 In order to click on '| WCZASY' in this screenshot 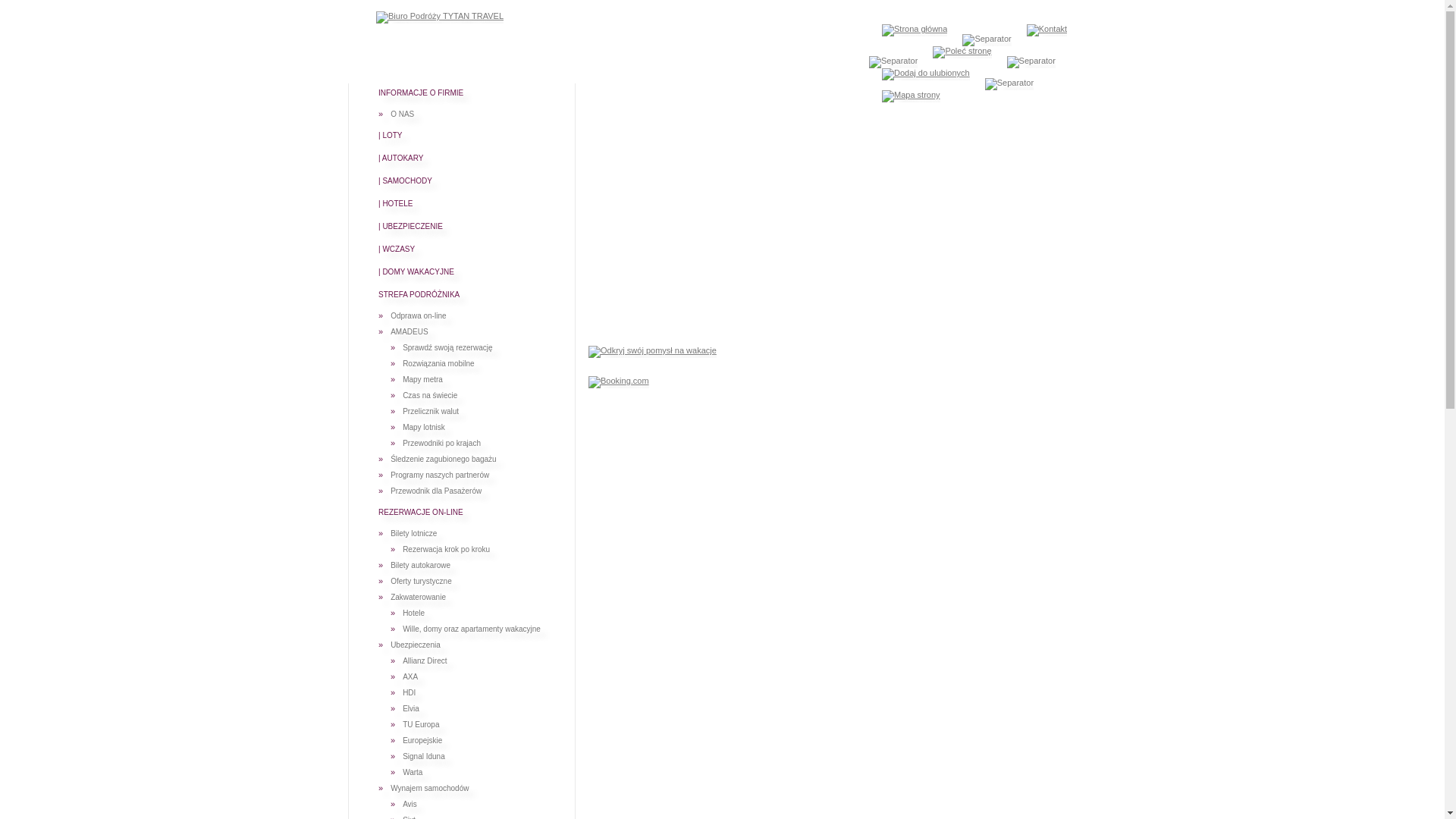, I will do `click(397, 248)`.